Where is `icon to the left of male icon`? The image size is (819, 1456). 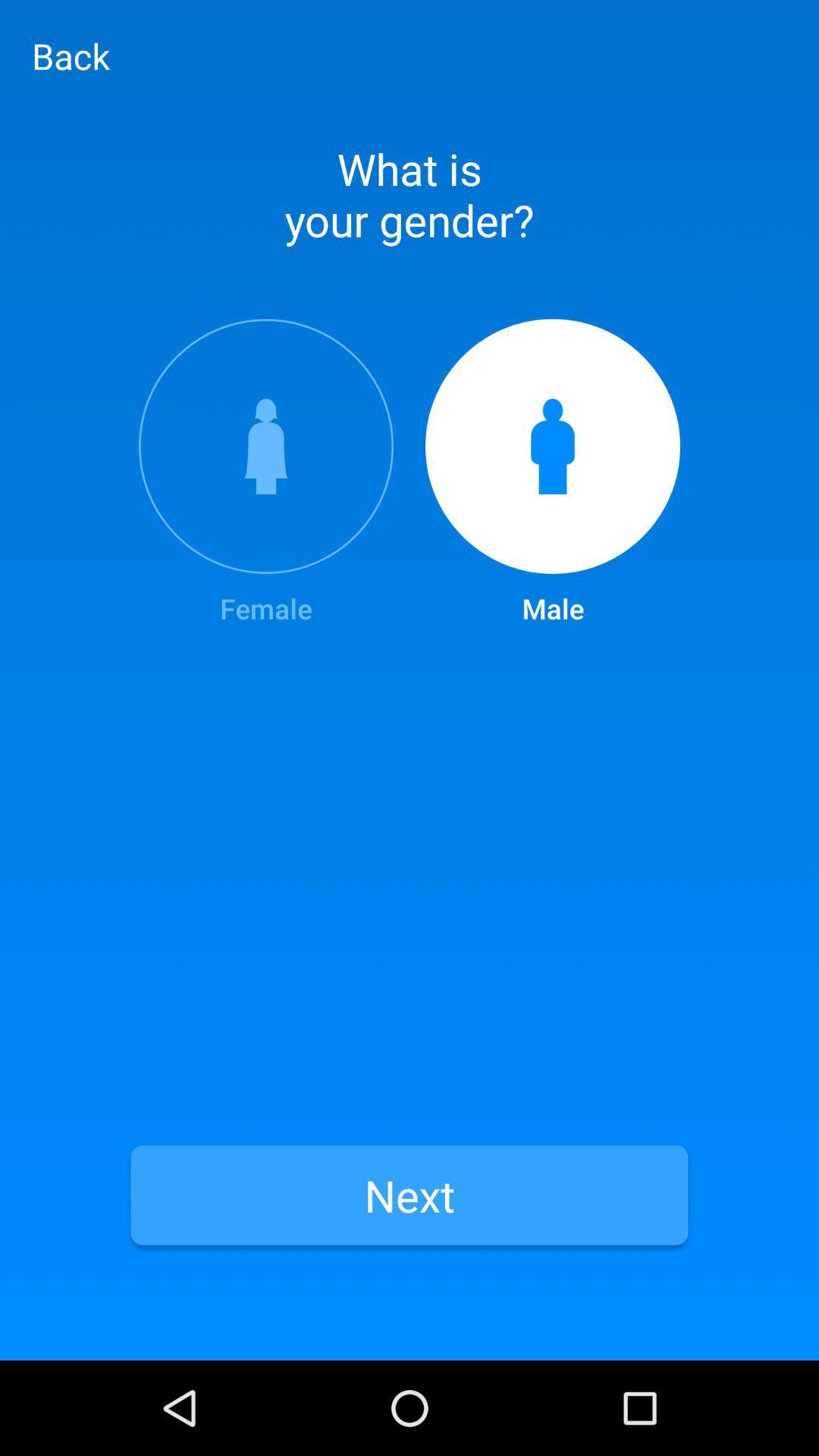
icon to the left of male icon is located at coordinates (265, 472).